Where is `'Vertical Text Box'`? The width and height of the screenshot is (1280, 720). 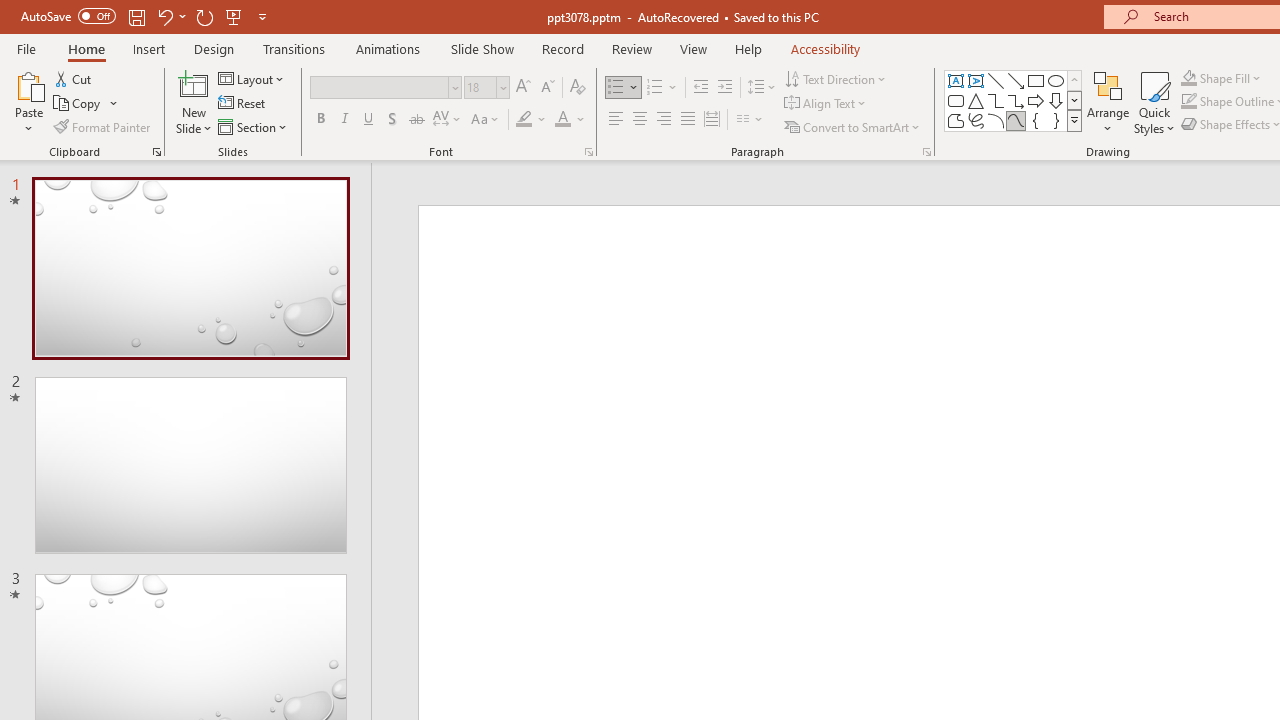 'Vertical Text Box' is located at coordinates (976, 80).